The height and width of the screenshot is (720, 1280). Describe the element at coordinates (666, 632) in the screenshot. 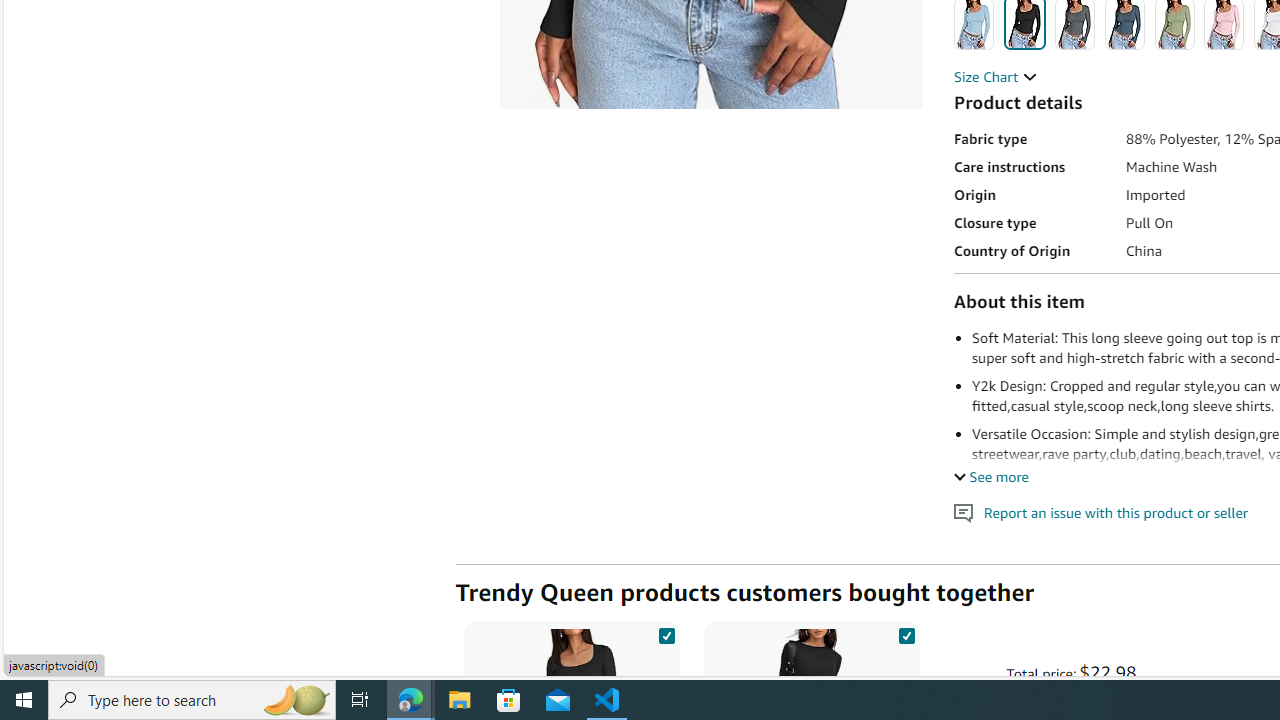

I see `'AutomationID: thematicBundleCheck-1'` at that location.